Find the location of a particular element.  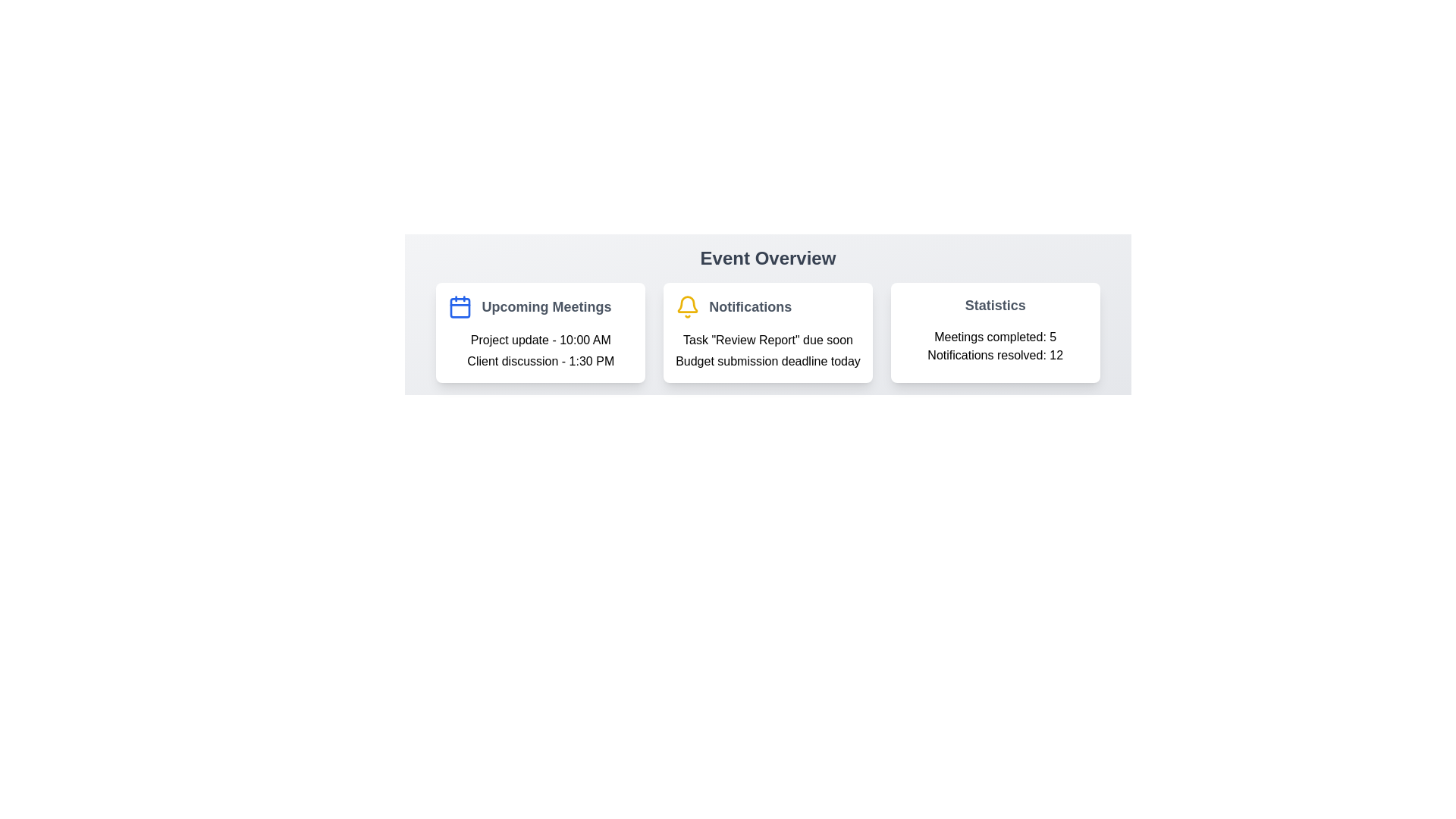

the blue calendar icon located to the left of the 'Upcoming Meetings' title, which is part of a horizontal group of information boxes is located at coordinates (460, 307).